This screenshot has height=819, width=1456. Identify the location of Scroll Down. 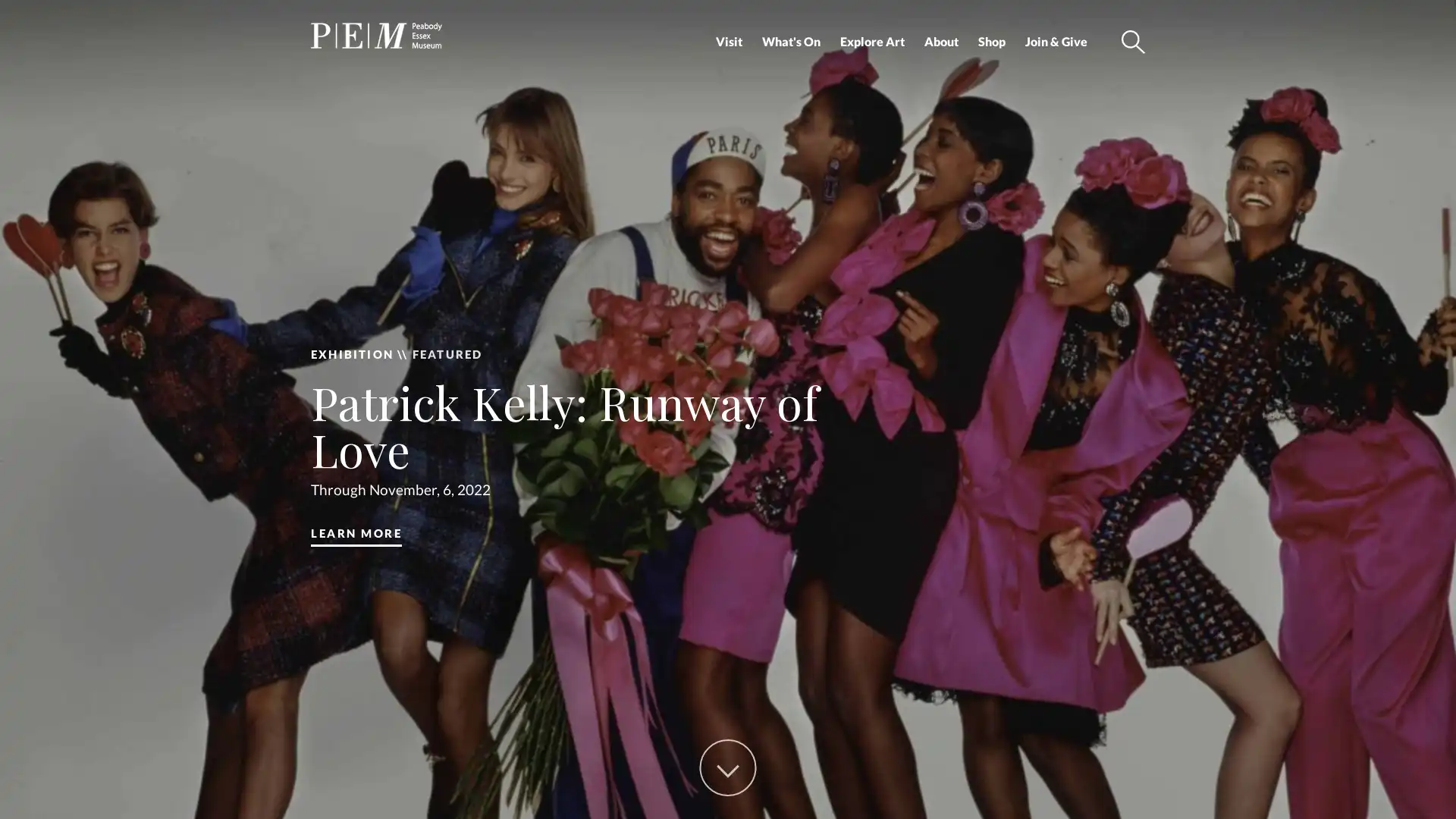
(726, 767).